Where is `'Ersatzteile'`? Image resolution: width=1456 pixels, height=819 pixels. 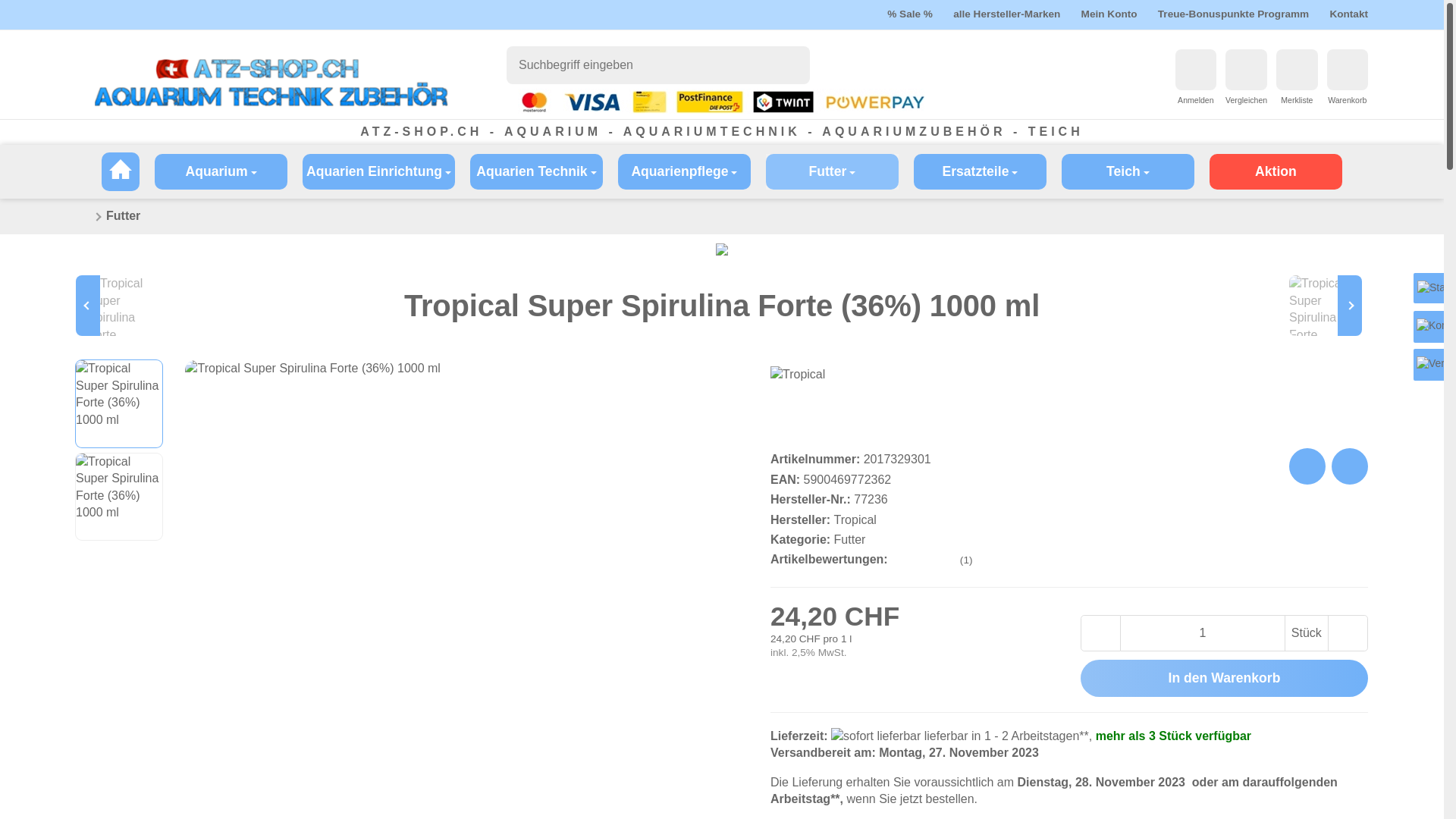
'Ersatzteile' is located at coordinates (912, 171).